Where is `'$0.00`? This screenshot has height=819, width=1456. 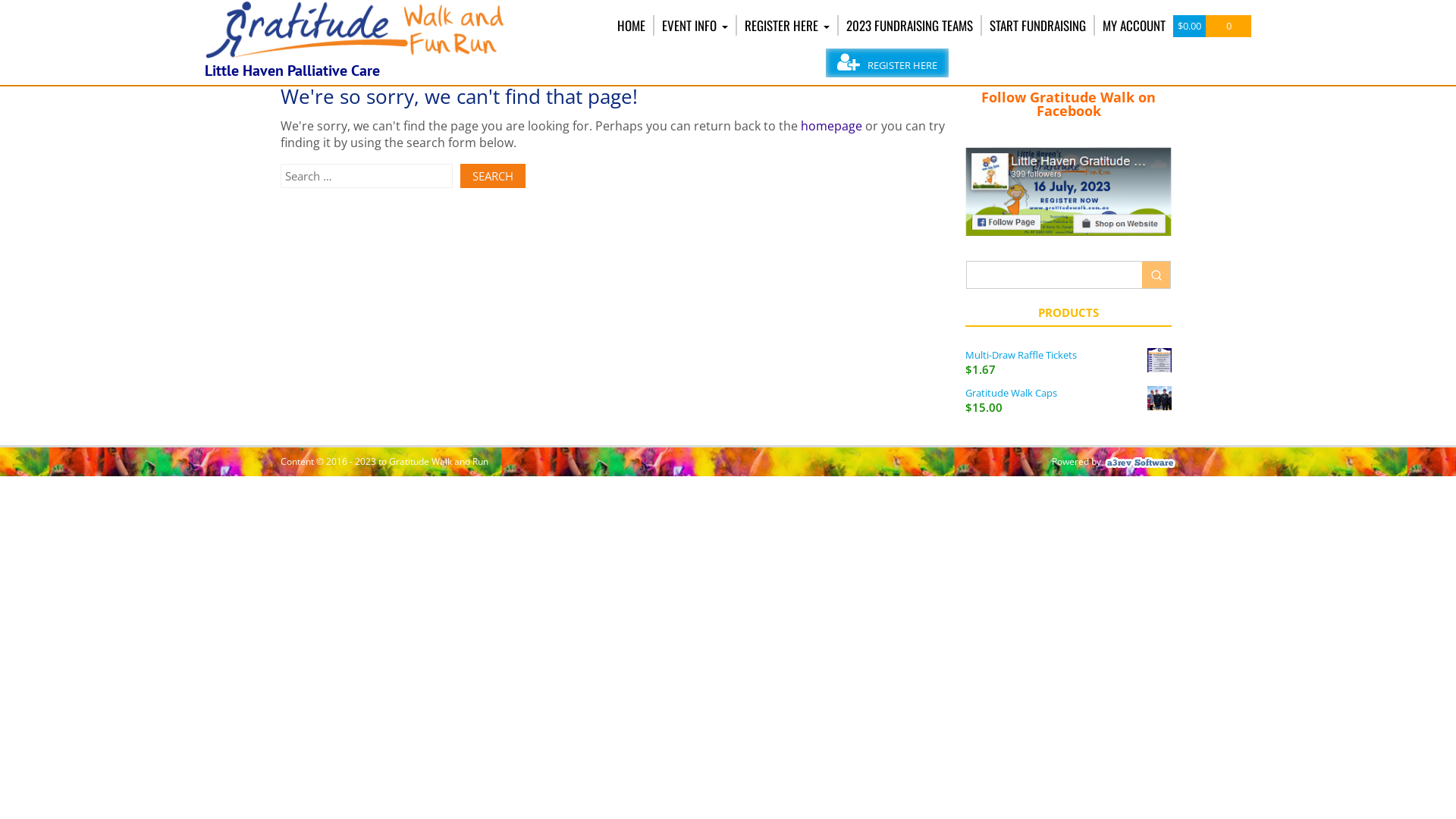
'$0.00 is located at coordinates (1211, 26).